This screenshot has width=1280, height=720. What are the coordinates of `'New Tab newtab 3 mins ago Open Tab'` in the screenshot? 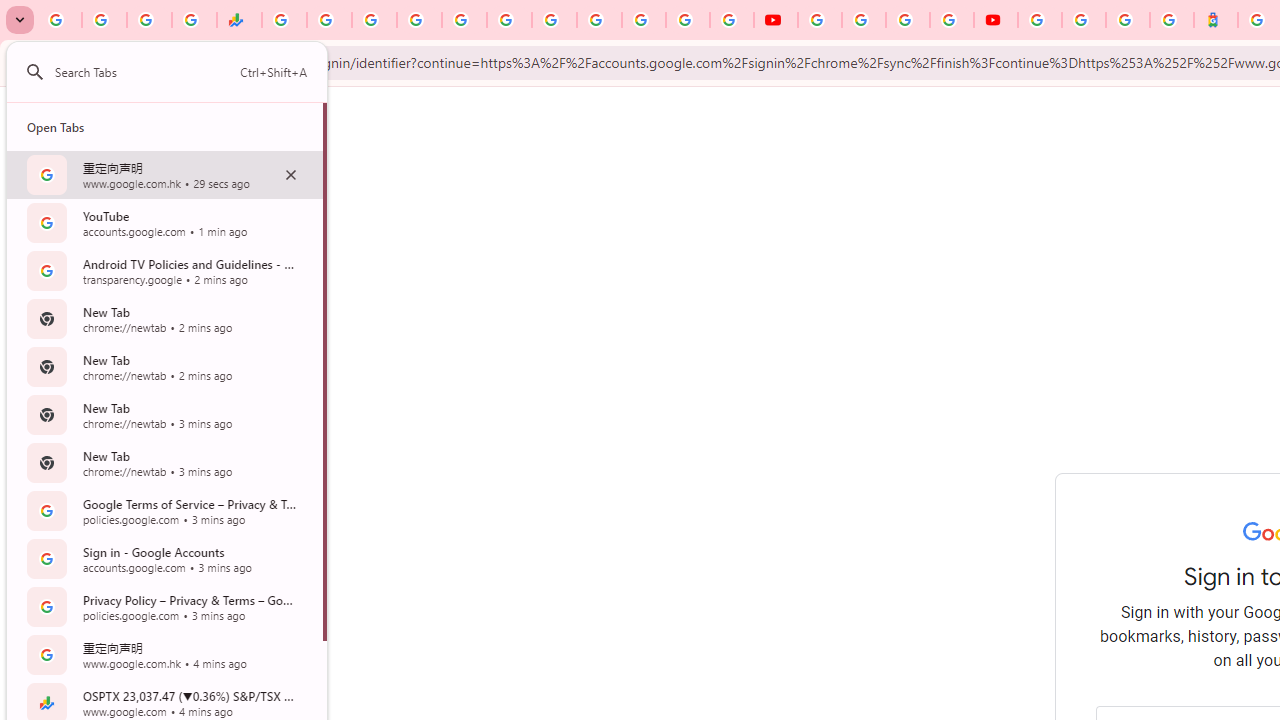 It's located at (164, 462).